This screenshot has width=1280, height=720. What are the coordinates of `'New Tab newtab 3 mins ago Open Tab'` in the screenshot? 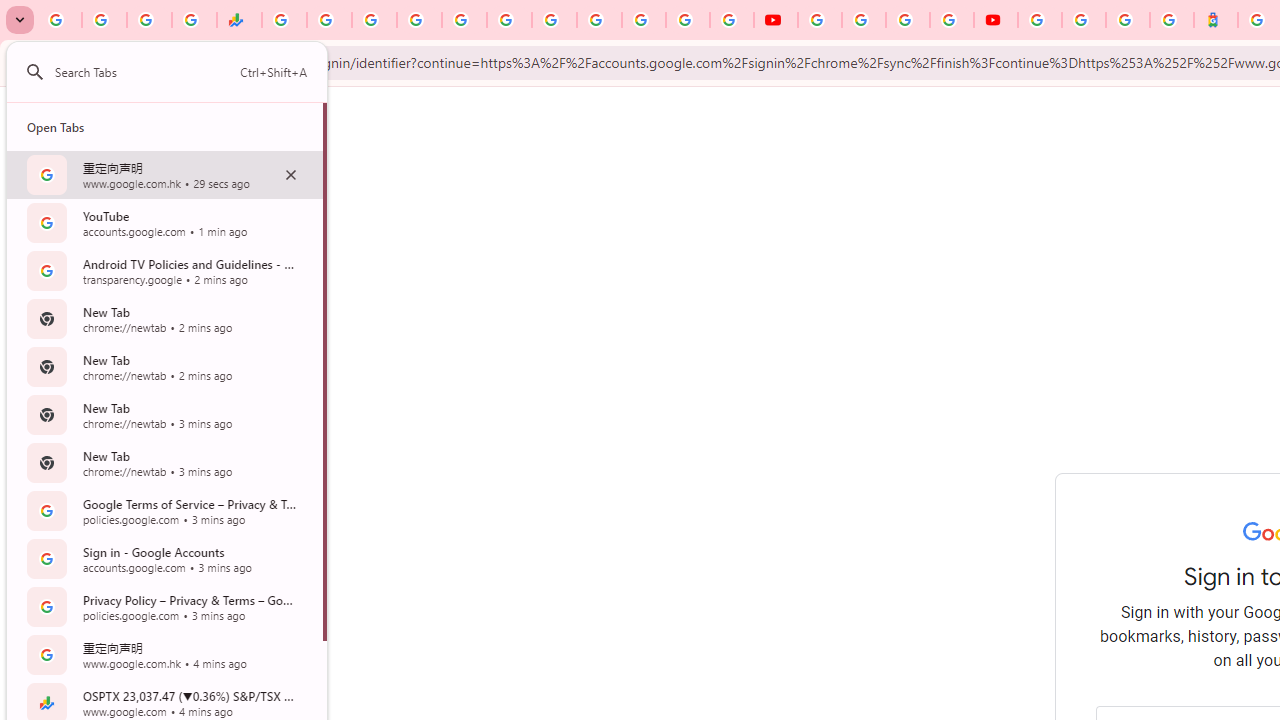 It's located at (164, 462).